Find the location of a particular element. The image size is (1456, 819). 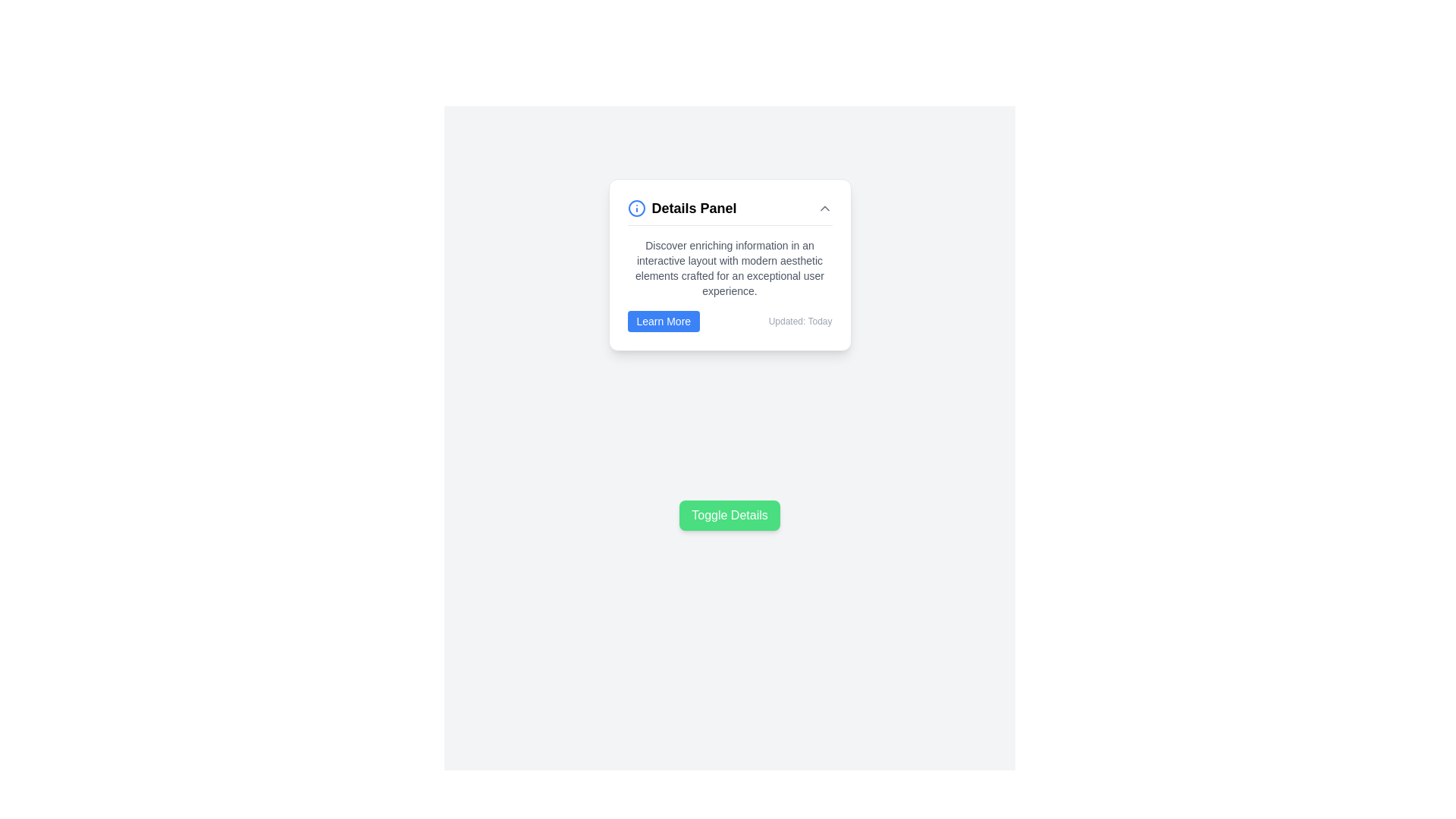

the triangle-shaped icon button resembling an upward chevron, located in the top-right corner of the 'Details Panel' header for interactions is located at coordinates (824, 208).